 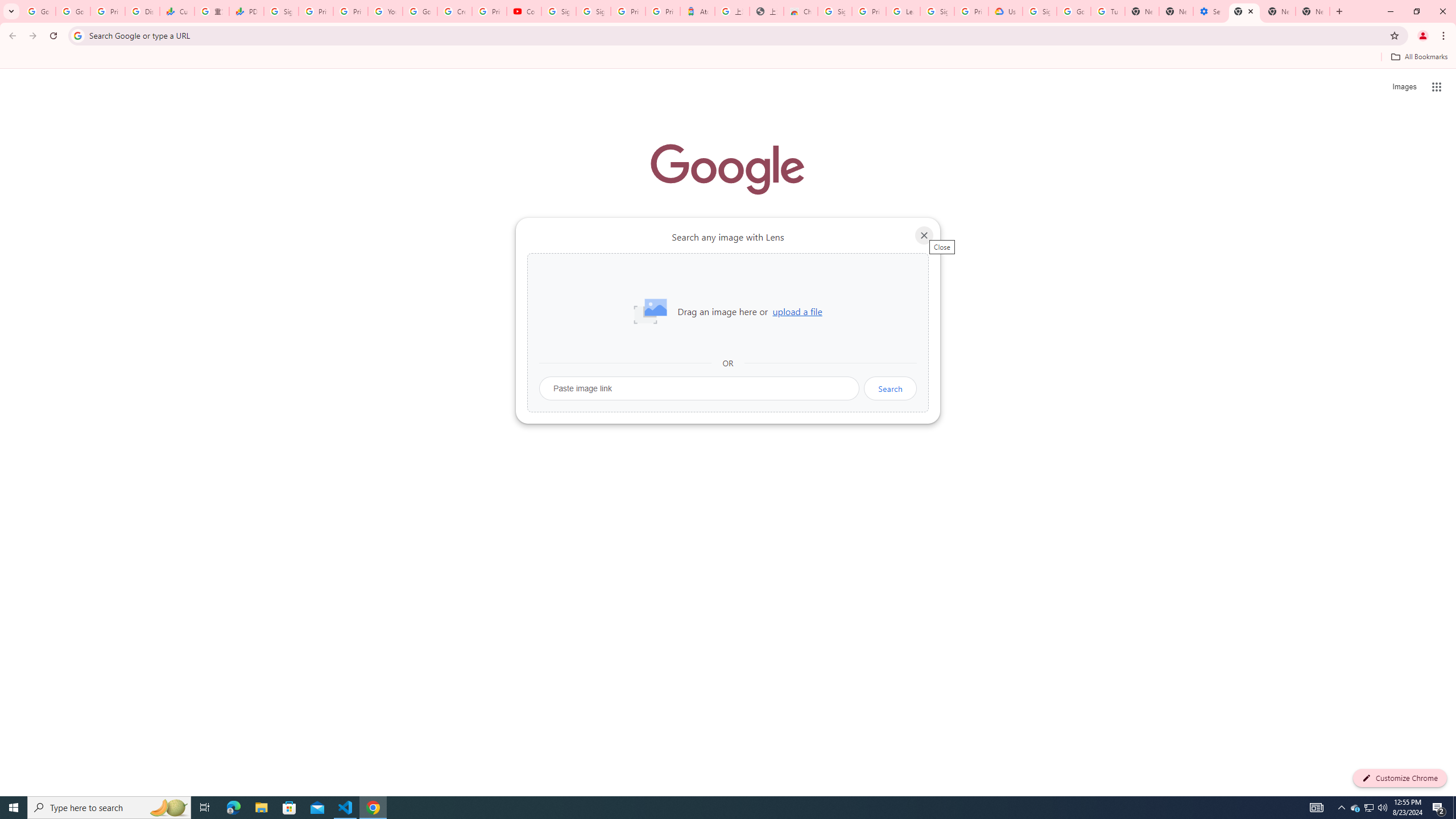 I want to click on 'Sign in - Google Accounts', so click(x=558, y=11).